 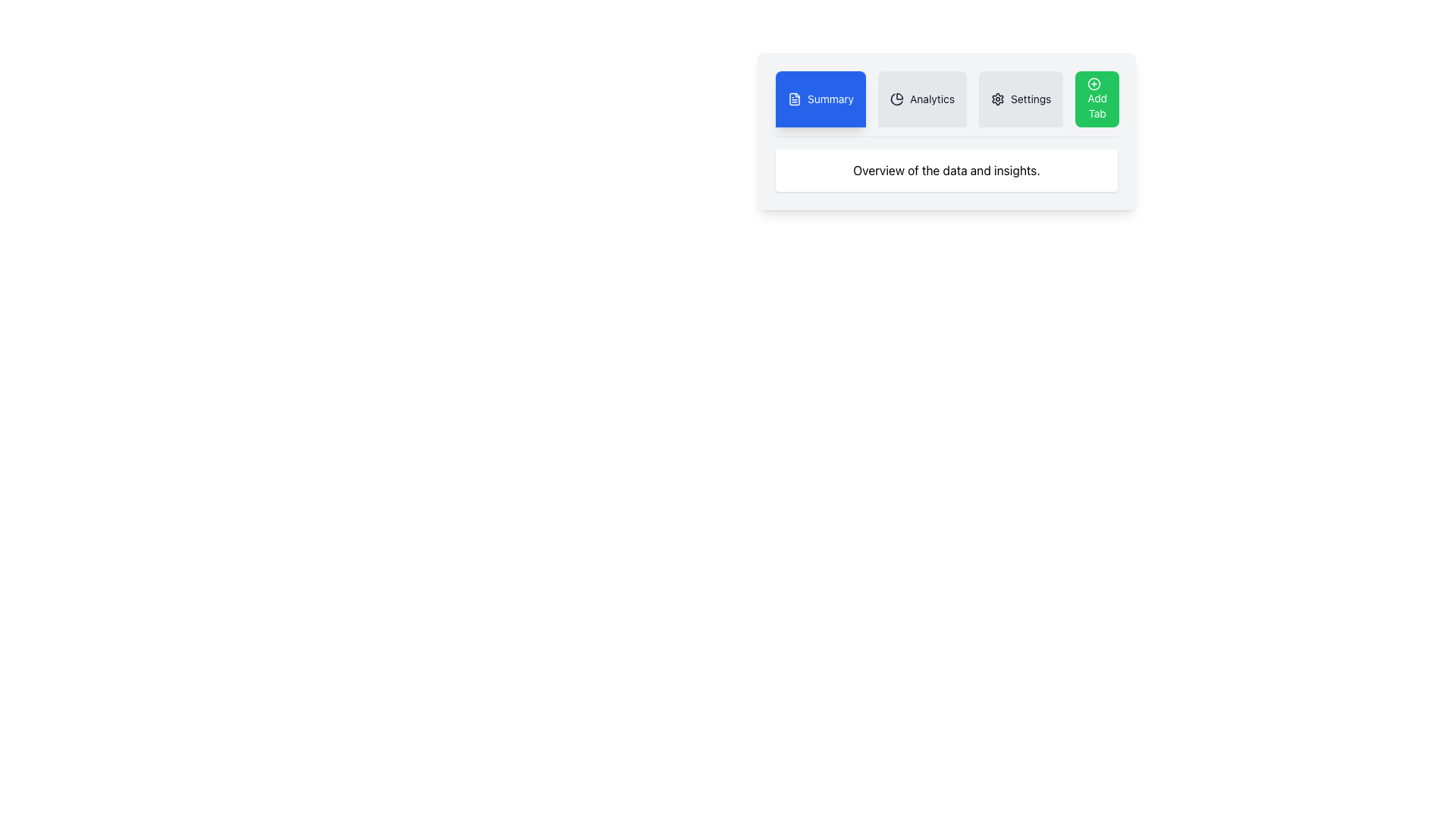 What do you see at coordinates (830, 99) in the screenshot?
I see `the 'Summary' tab button located on the far left within the button group` at bounding box center [830, 99].